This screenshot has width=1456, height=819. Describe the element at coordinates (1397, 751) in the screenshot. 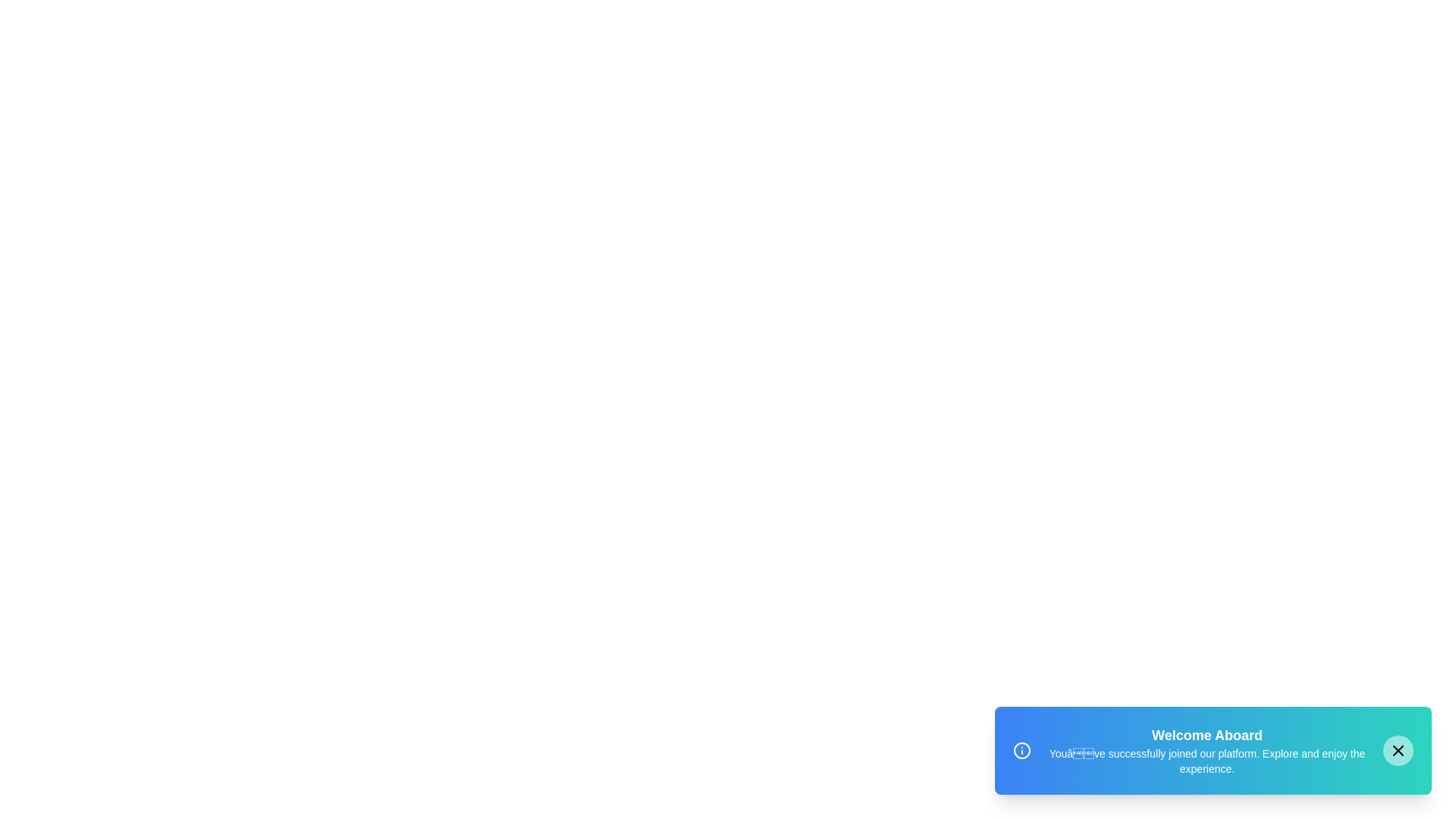

I see `the close button to dismiss the snackbar` at that location.